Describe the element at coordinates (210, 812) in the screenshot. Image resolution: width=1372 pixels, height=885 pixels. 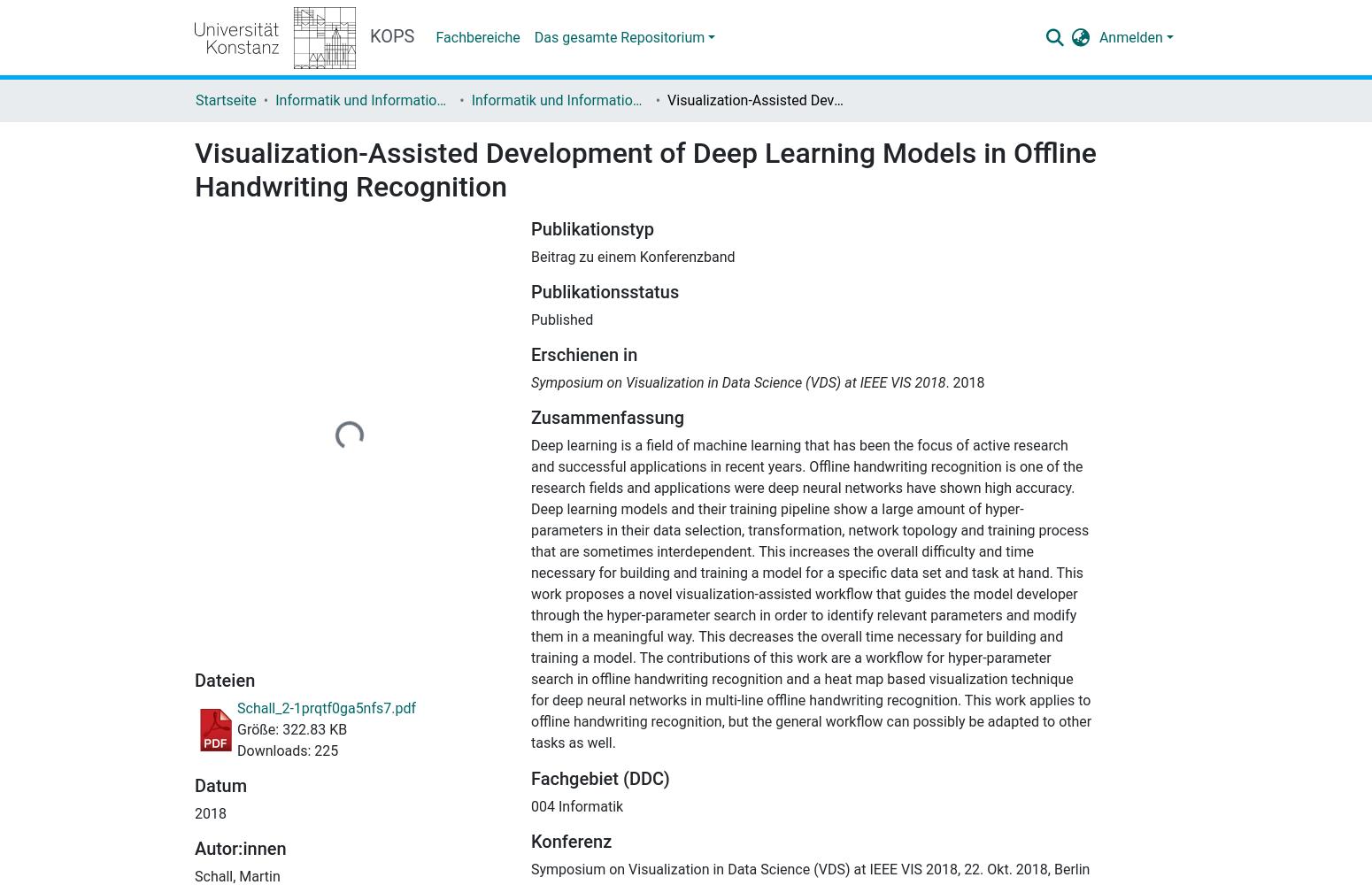
I see `'2018'` at that location.